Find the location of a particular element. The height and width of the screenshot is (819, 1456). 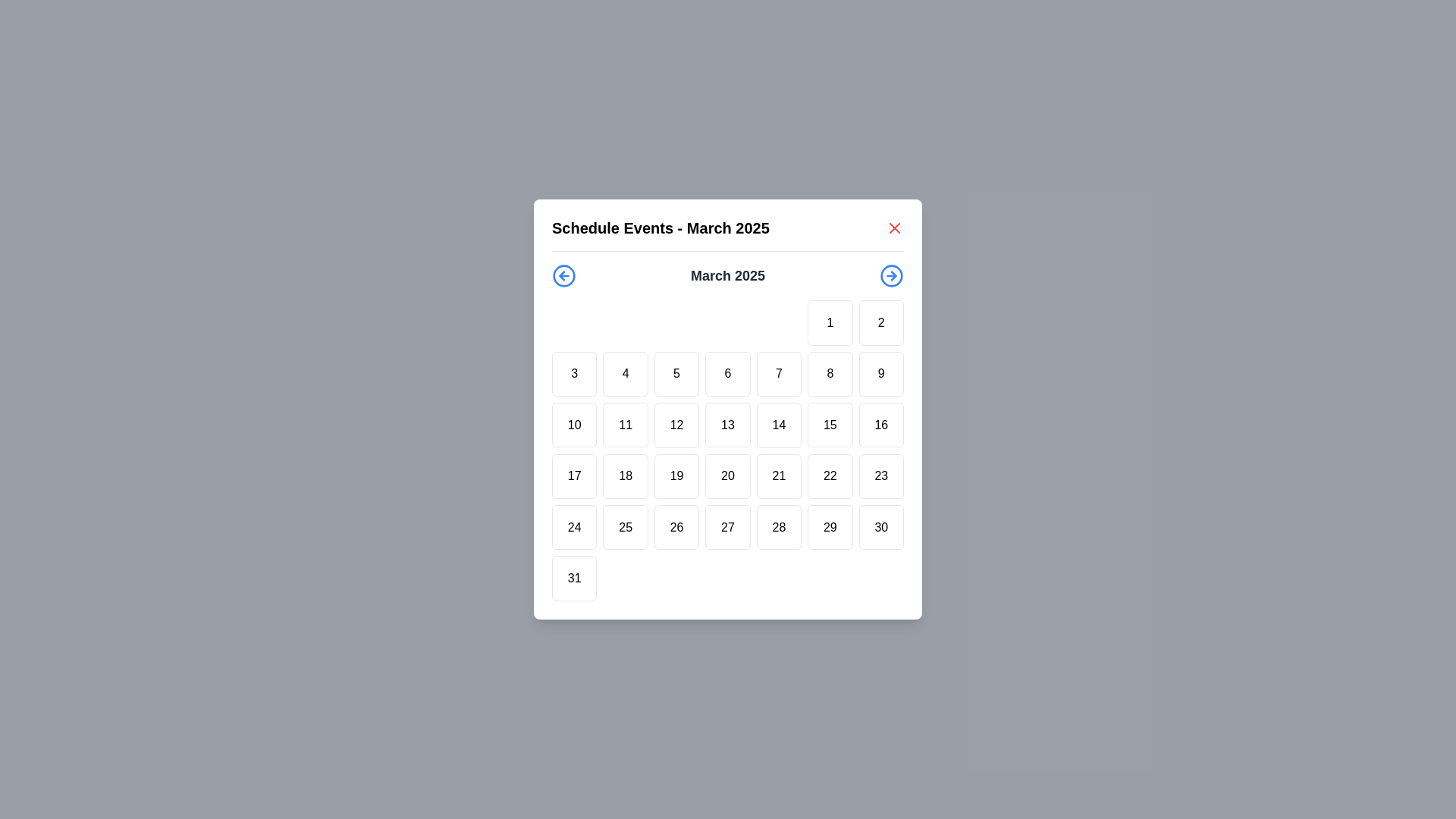

the square button with rounded corners containing the number '24' in black text, located in the sixth row and first column of a grid of 7 columns is located at coordinates (573, 526).